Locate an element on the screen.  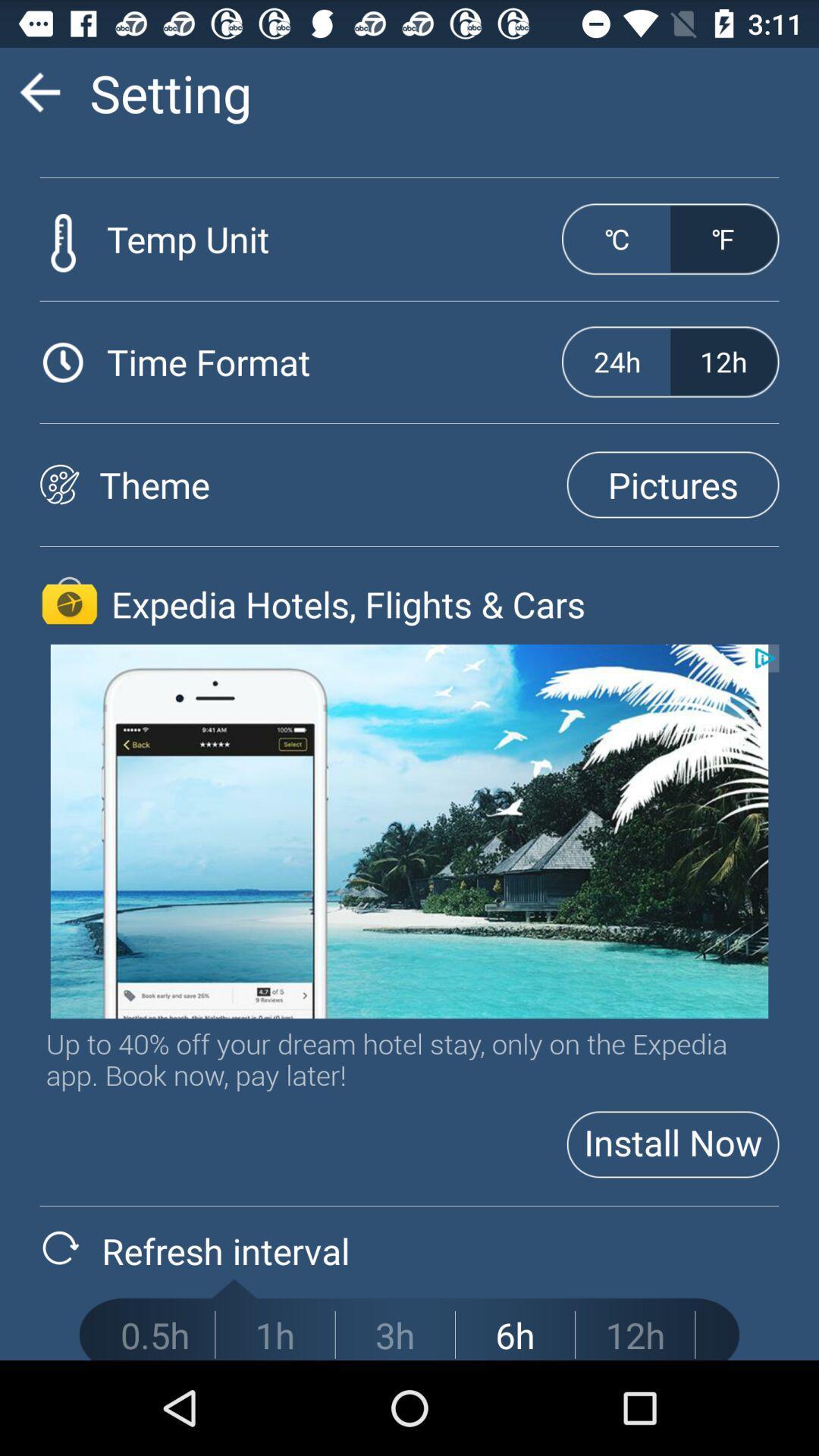
the flight icon is located at coordinates (69, 646).